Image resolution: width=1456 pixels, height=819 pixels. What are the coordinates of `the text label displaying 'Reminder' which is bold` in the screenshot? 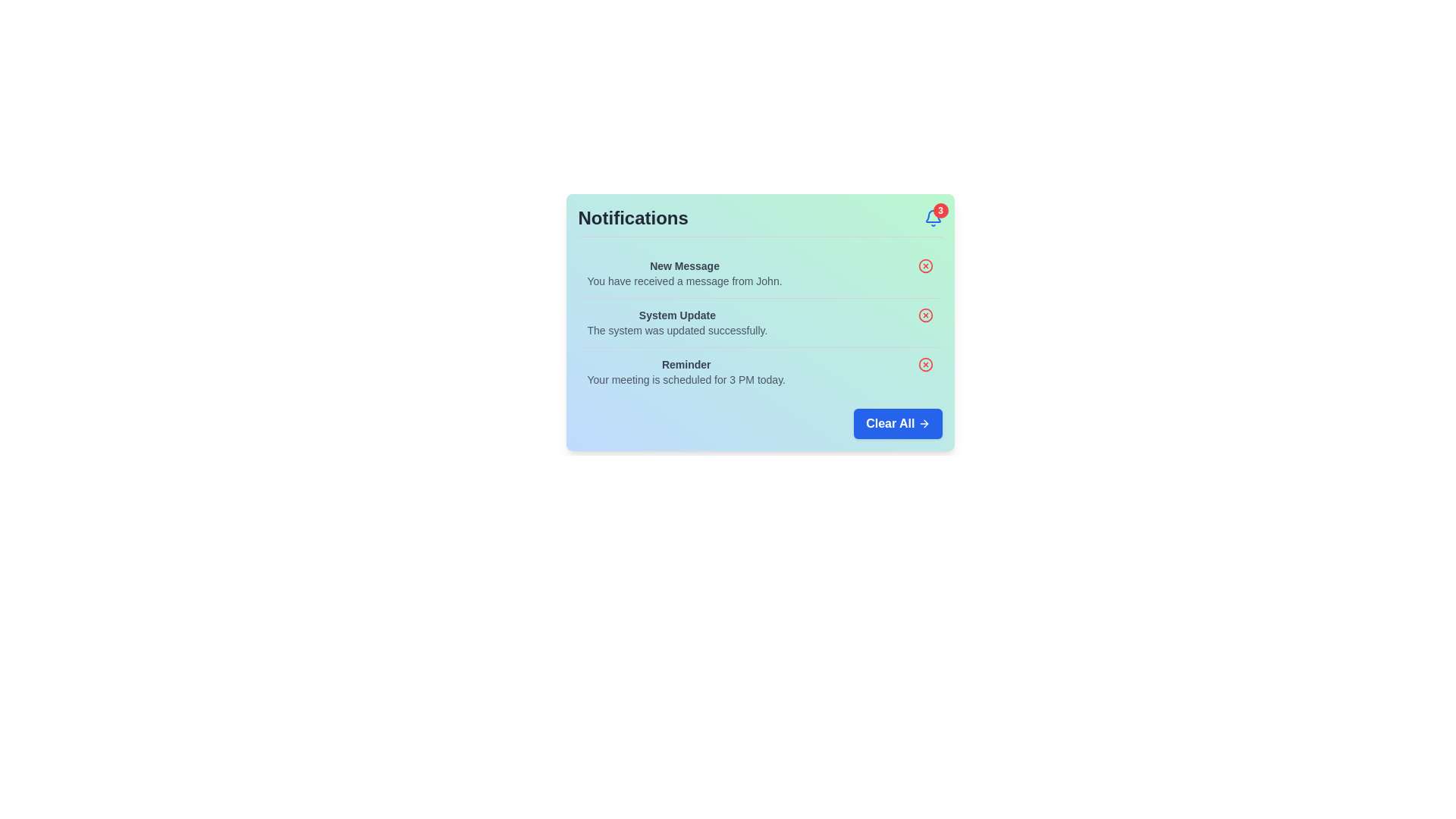 It's located at (686, 365).